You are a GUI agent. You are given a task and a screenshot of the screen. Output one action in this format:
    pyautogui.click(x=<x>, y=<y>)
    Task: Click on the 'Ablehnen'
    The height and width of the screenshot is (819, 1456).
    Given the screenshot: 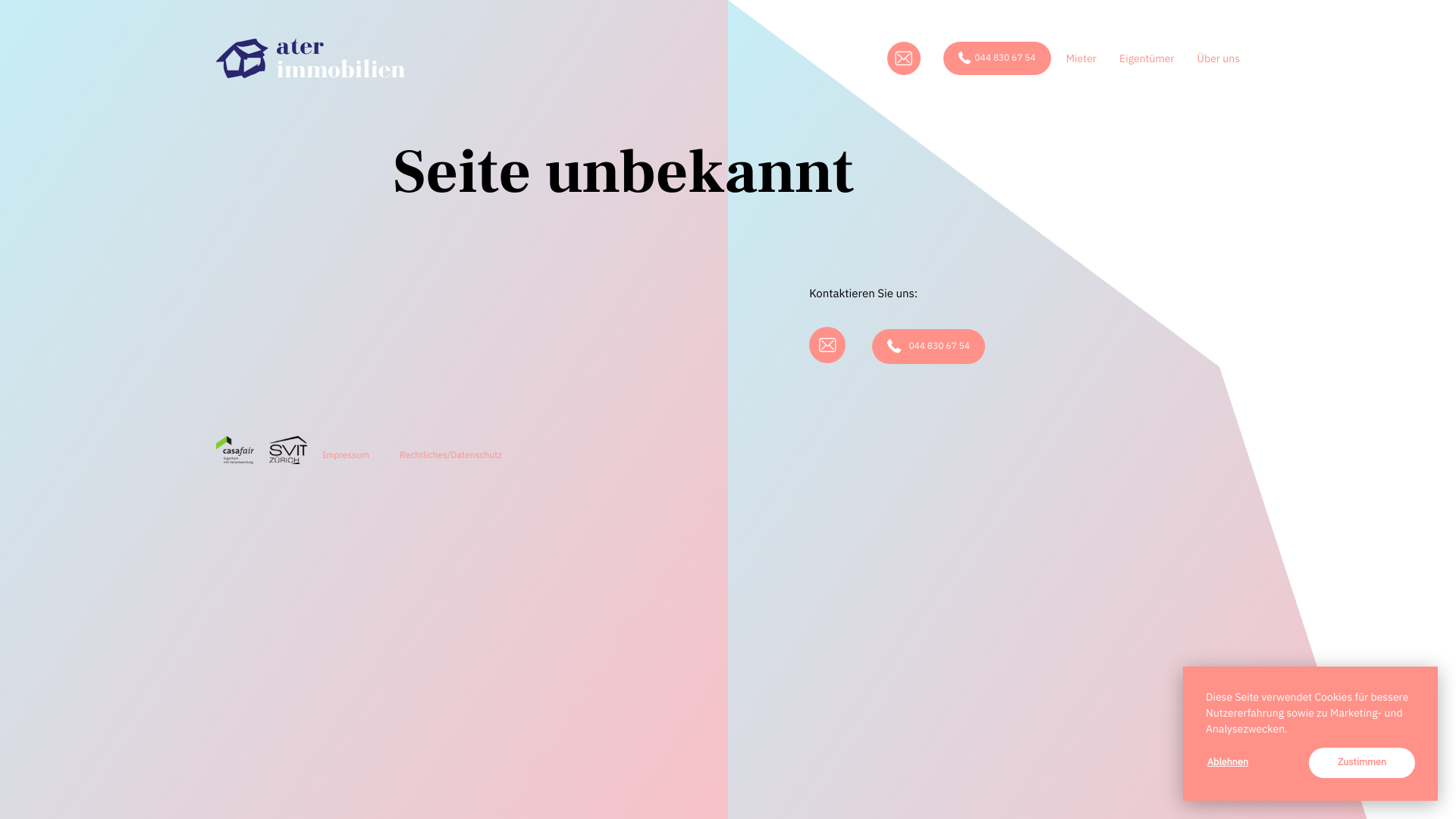 What is the action you would take?
    pyautogui.click(x=1255, y=763)
    